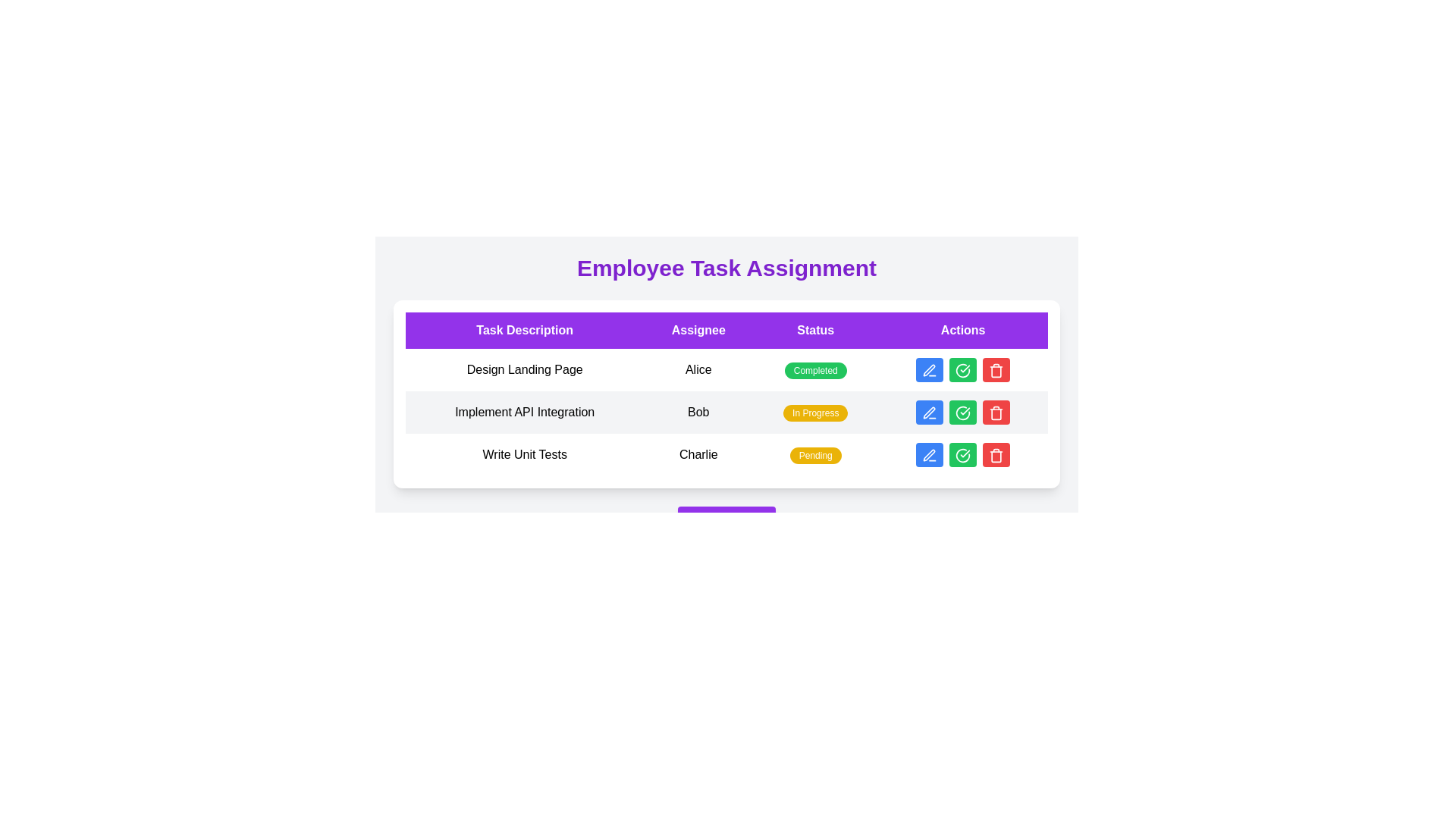  Describe the element at coordinates (525, 370) in the screenshot. I see `the Text label displaying the title or description of a task in the 'Task Description' column of the first row of the task assignment table` at that location.